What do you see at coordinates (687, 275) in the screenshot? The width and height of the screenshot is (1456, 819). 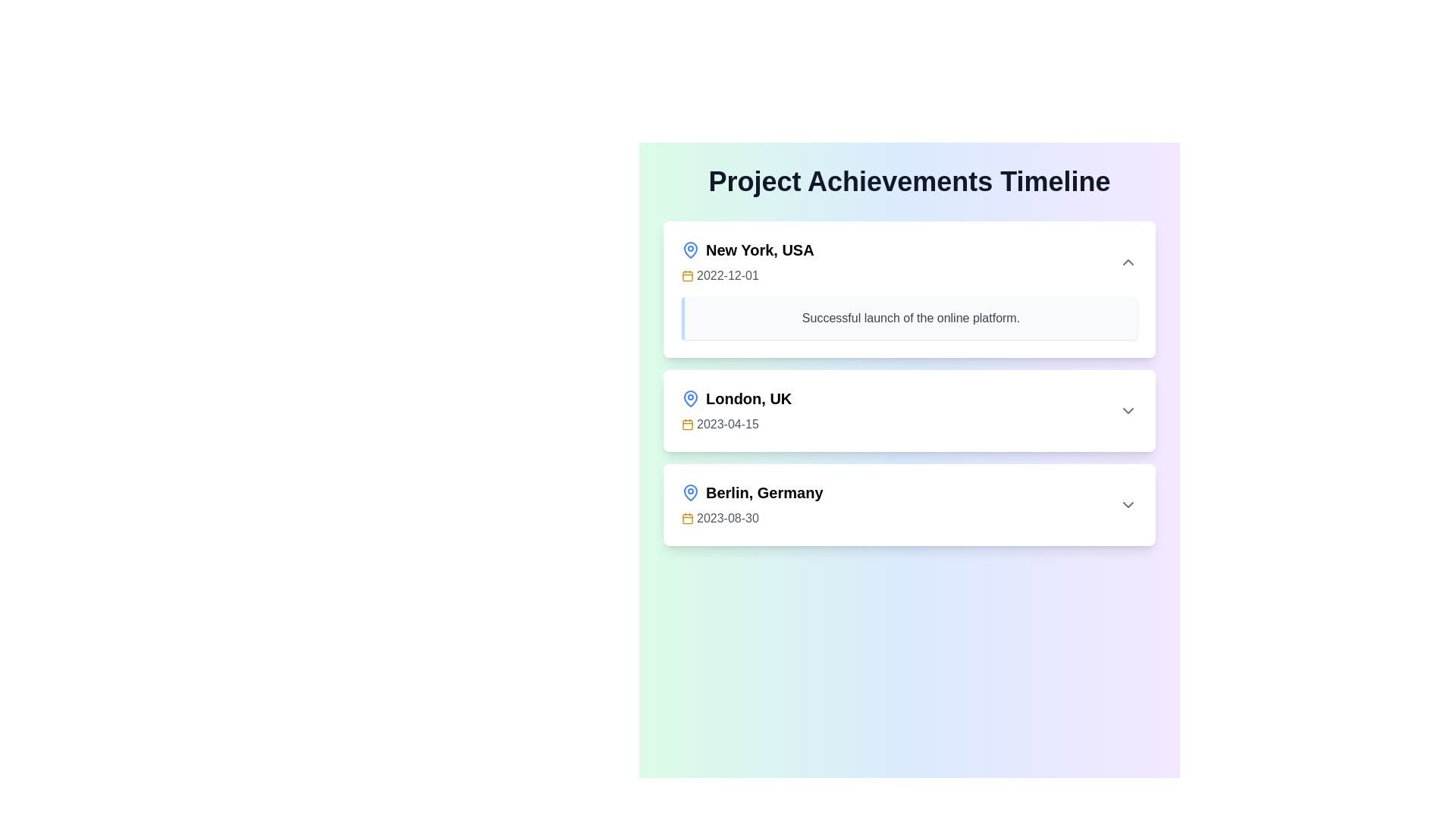 I see `the calendar icon representing the date '2022-12-01' associated with 'New York, USA' in the Project Achievements Timeline` at bounding box center [687, 275].